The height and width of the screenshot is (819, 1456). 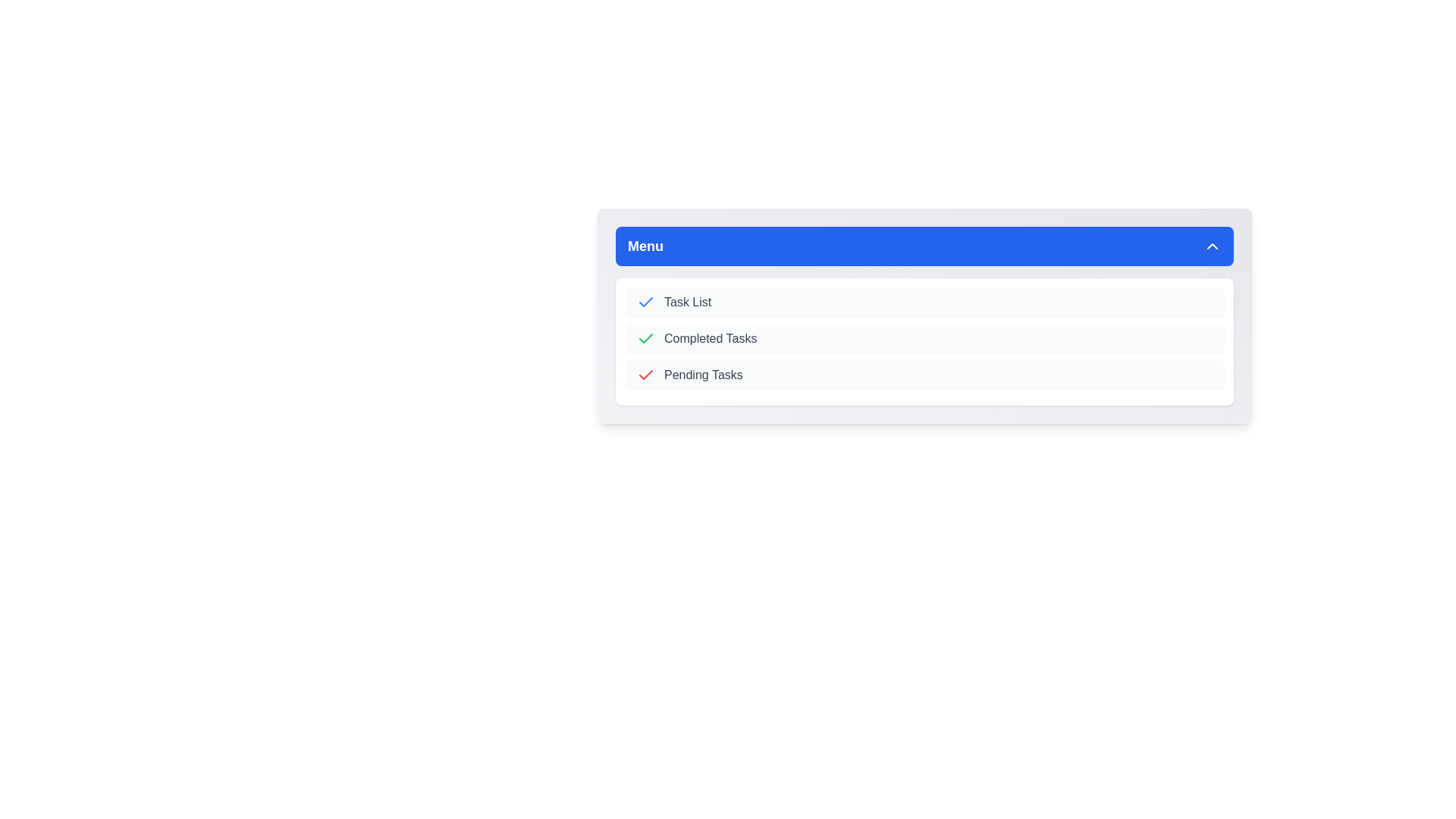 I want to click on the SVG checkmark icon that indicates the completed status of the 'Task List' item, which is visually represented as a green checkmark adjacent to the text labeled 'Task List.', so click(x=645, y=337).